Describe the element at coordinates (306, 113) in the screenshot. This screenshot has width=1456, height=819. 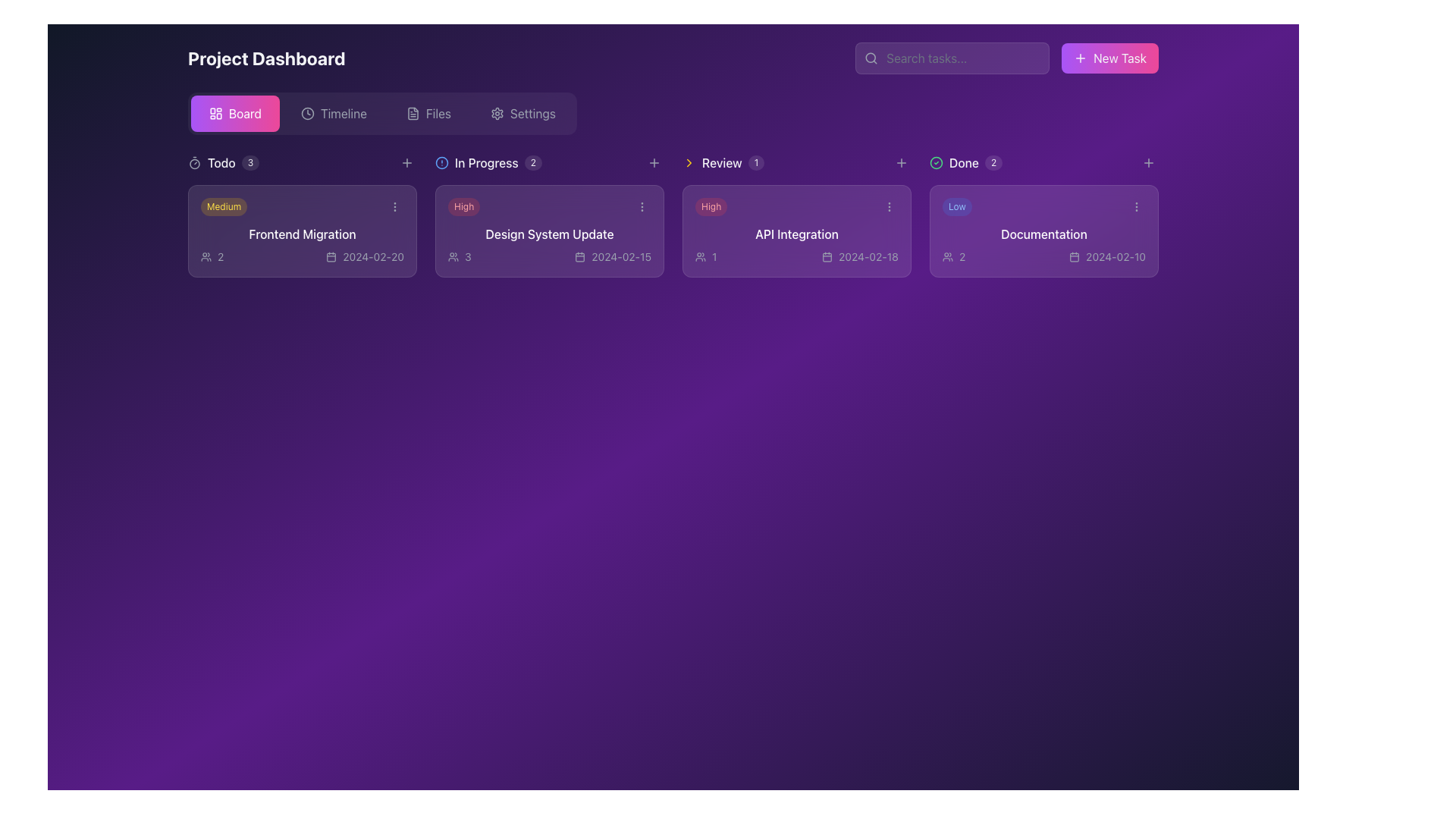
I see `the SVG circle that represents the clock face in the 'Timeline' menu section of the dashboard` at that location.